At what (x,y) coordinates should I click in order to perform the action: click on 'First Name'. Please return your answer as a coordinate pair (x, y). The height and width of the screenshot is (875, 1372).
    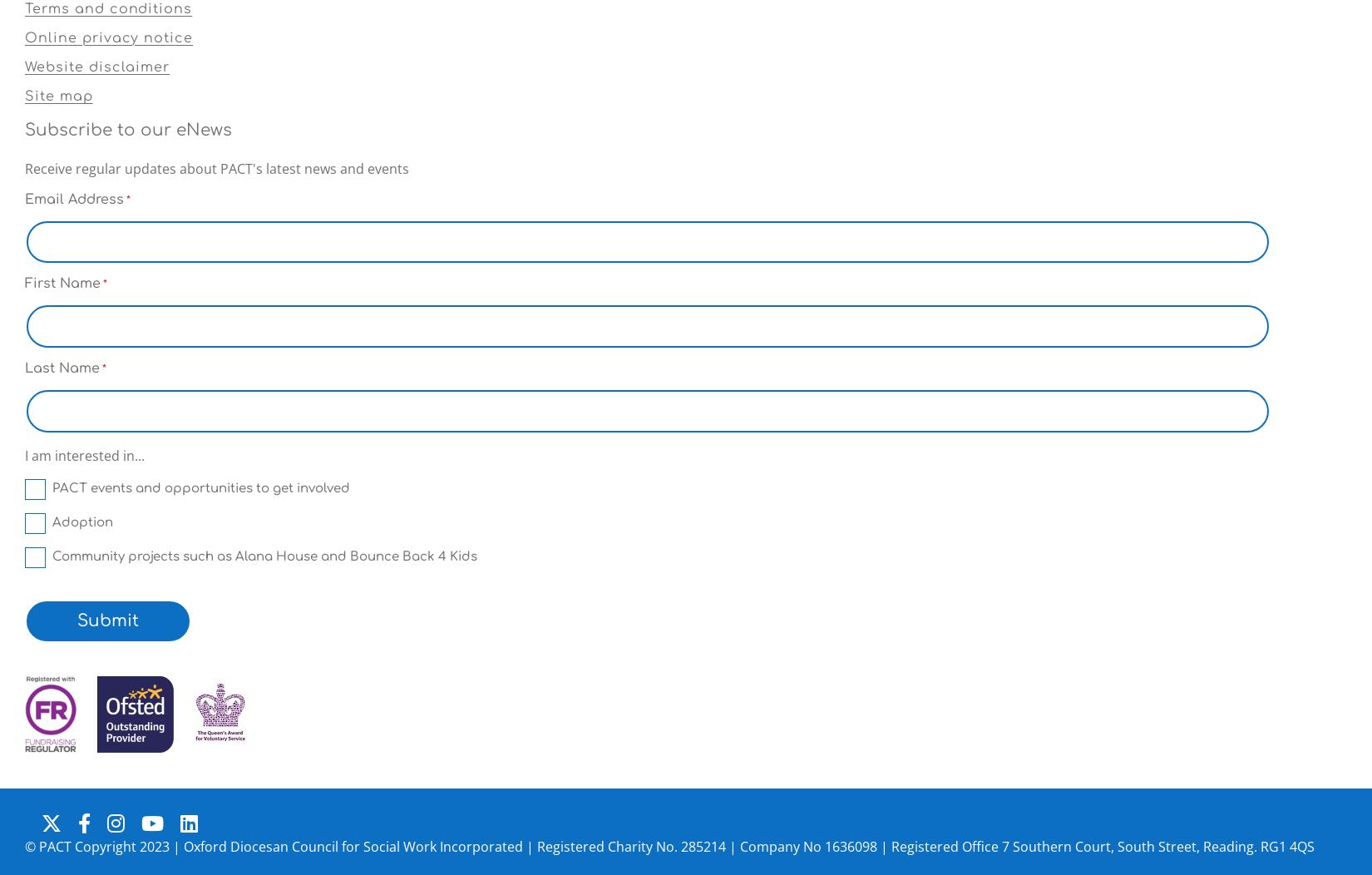
    Looking at the image, I should click on (62, 282).